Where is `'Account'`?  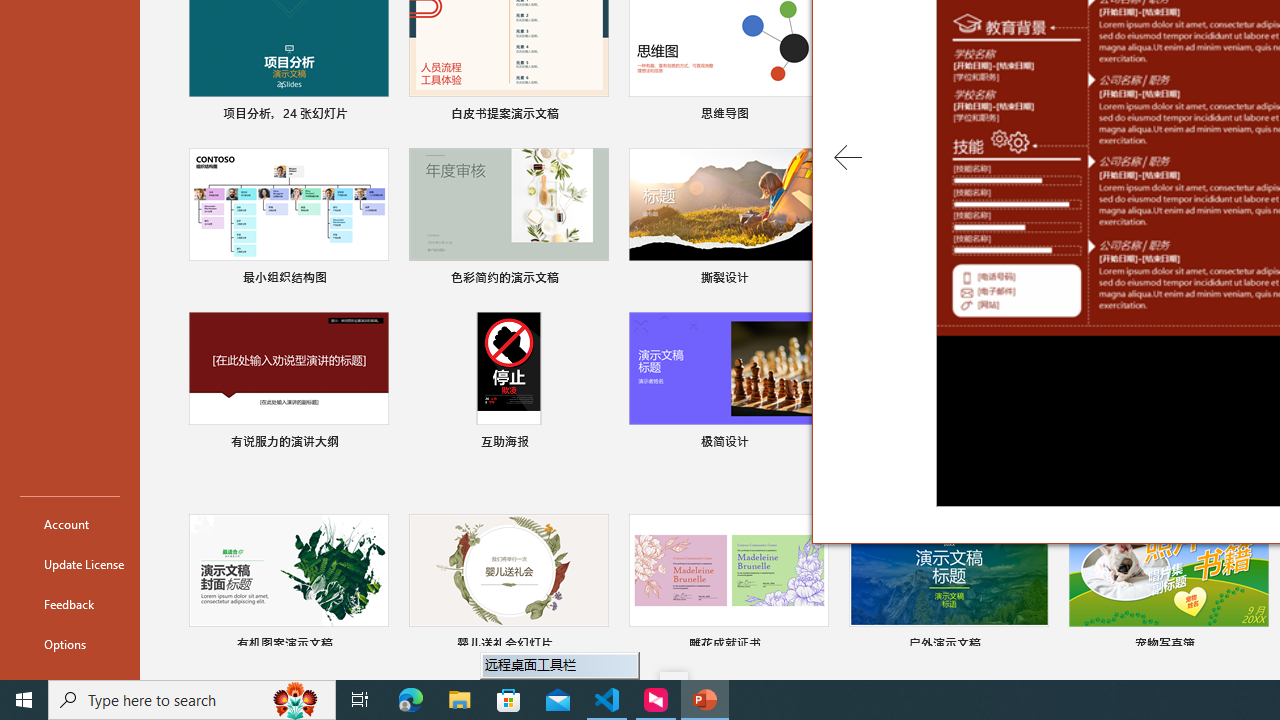 'Account' is located at coordinates (69, 523).